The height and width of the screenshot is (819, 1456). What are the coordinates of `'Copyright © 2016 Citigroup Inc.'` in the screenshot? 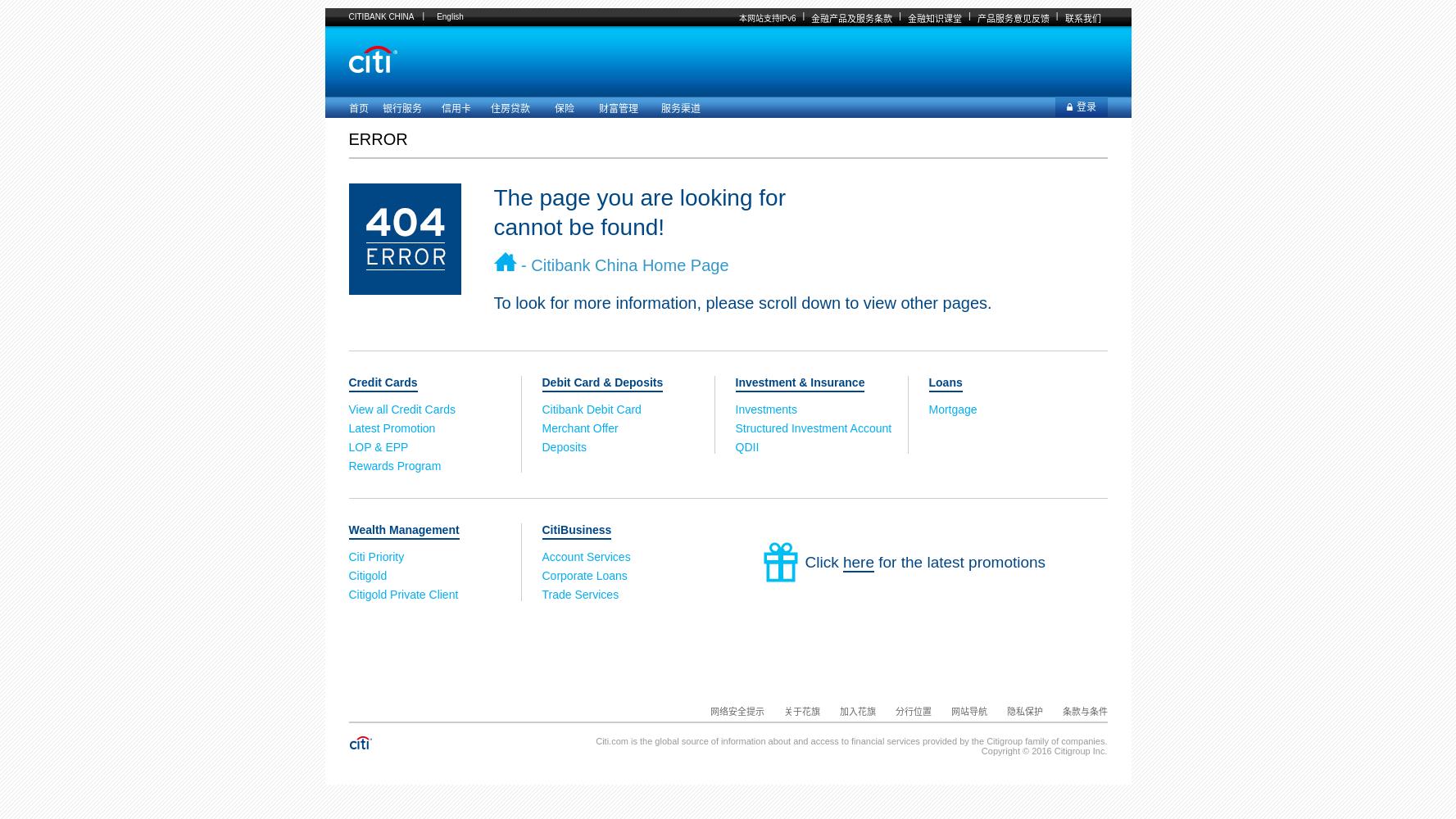 It's located at (980, 751).